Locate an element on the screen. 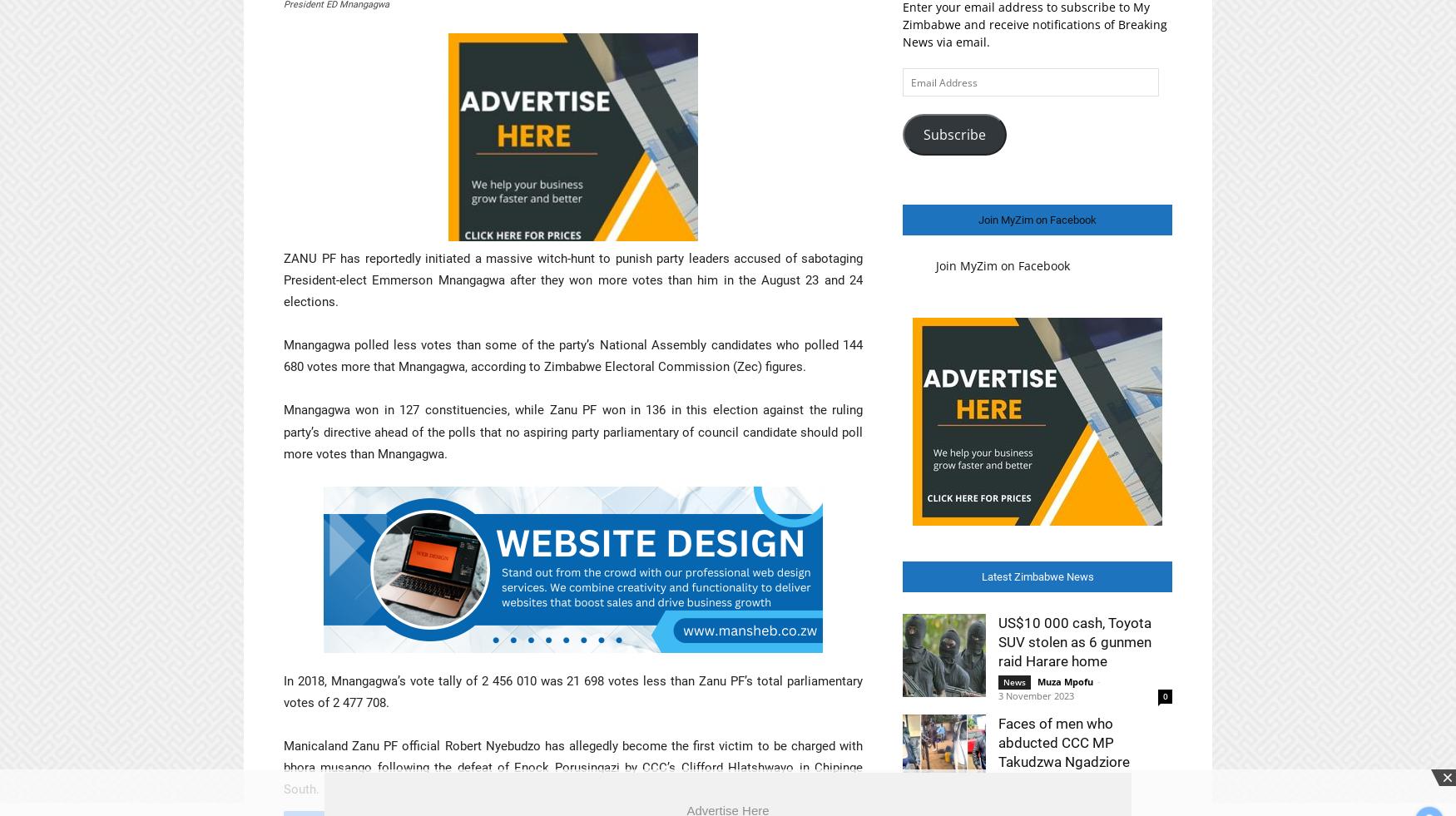 This screenshot has height=816, width=1456. 'US$10 000 cash, Toyota SUV stolen as 6 gunmen raid Harare home' is located at coordinates (1074, 642).